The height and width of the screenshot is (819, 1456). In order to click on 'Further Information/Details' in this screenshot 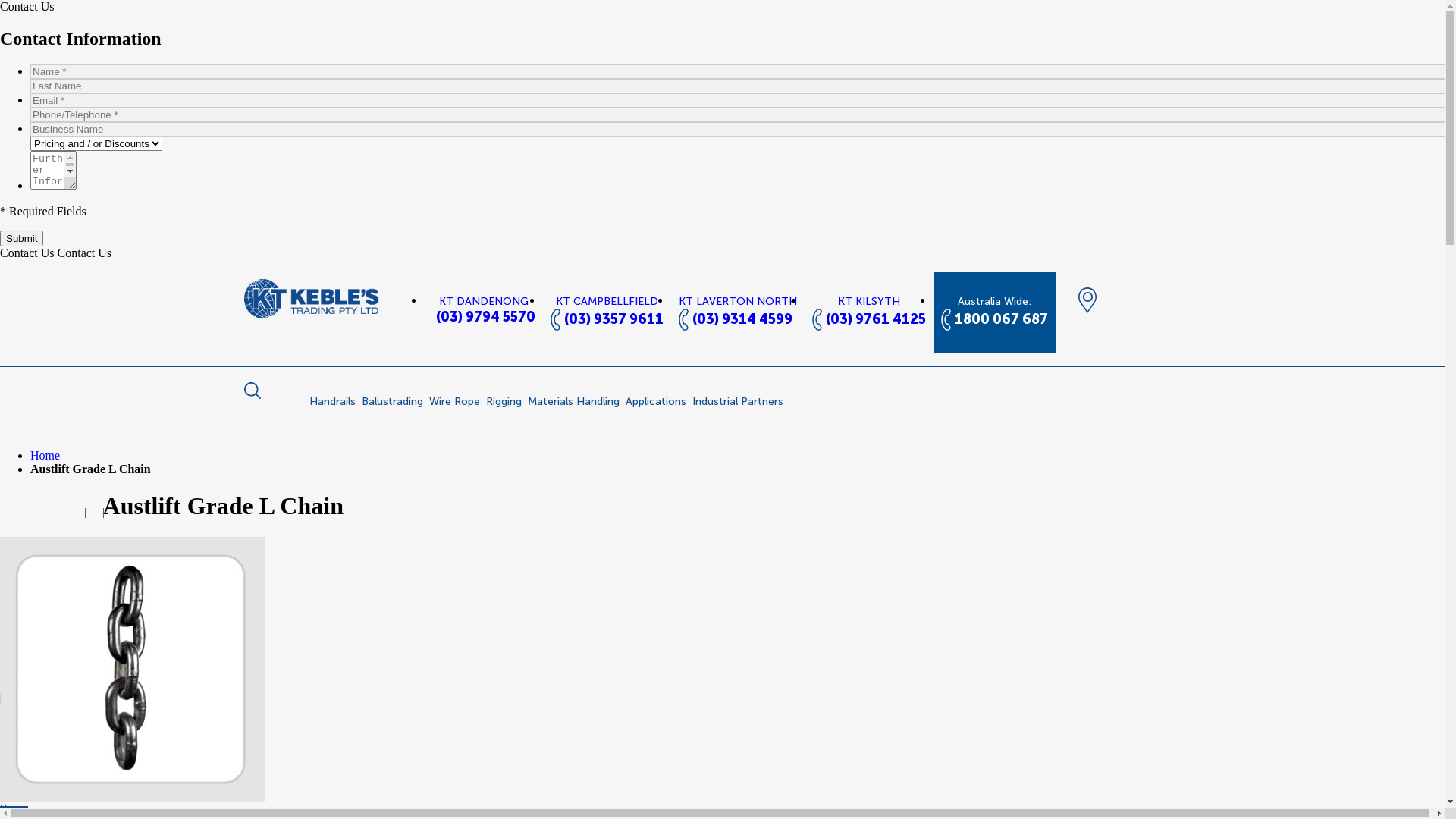, I will do `click(30, 170)`.